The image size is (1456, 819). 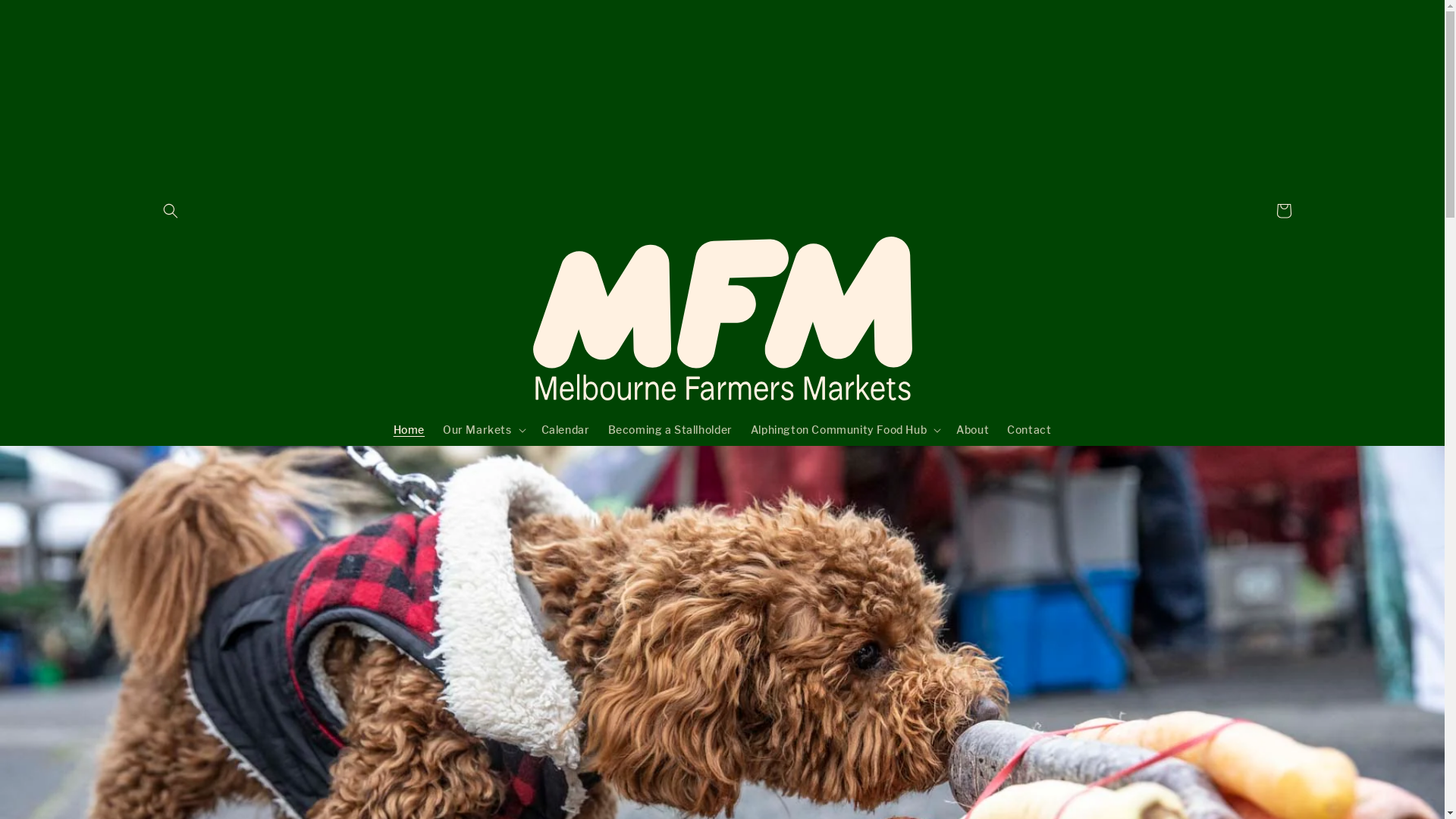 What do you see at coordinates (1282, 210) in the screenshot?
I see `'Cart'` at bounding box center [1282, 210].